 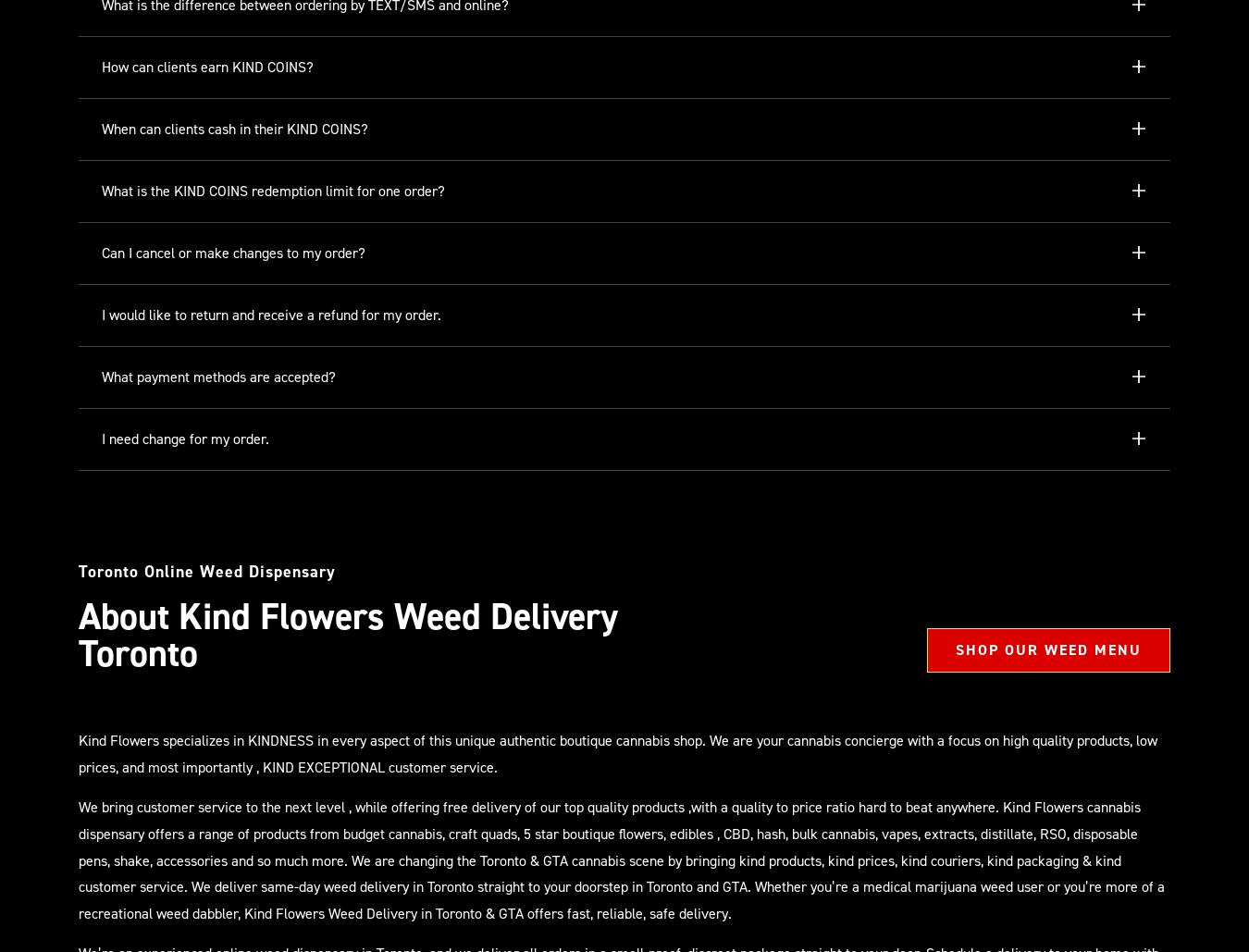 I want to click on 'Kind Flowers specializes in KINDNESS in every aspect of this unique authentic boutique cannabis shop. We are your cannabis concierge with a focus on high quality products, low prices, and most importantly , KIND EXCEPTIONAL customer service.', so click(x=617, y=752).